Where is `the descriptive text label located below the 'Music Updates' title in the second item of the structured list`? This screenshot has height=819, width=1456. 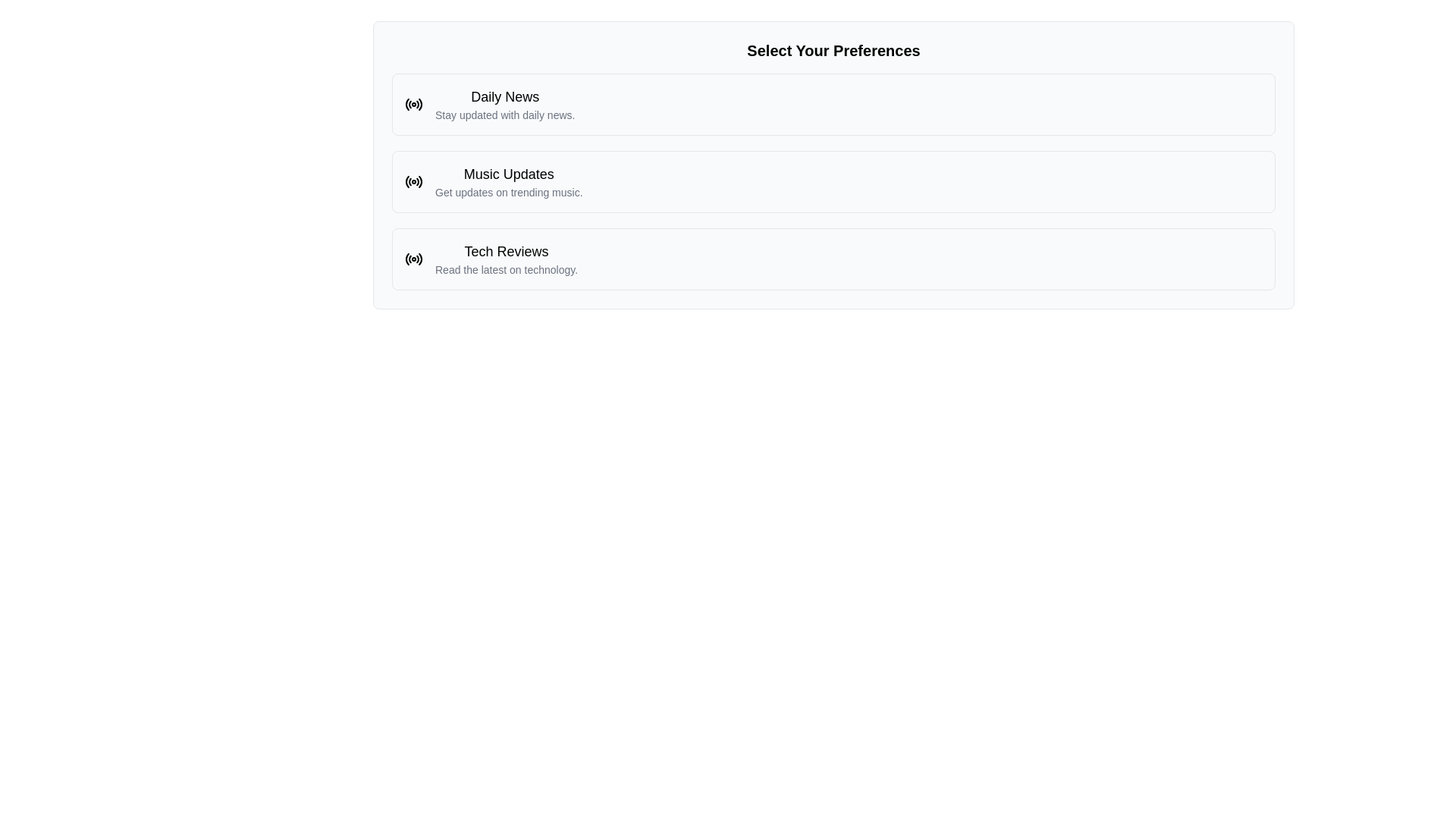 the descriptive text label located below the 'Music Updates' title in the second item of the structured list is located at coordinates (509, 192).